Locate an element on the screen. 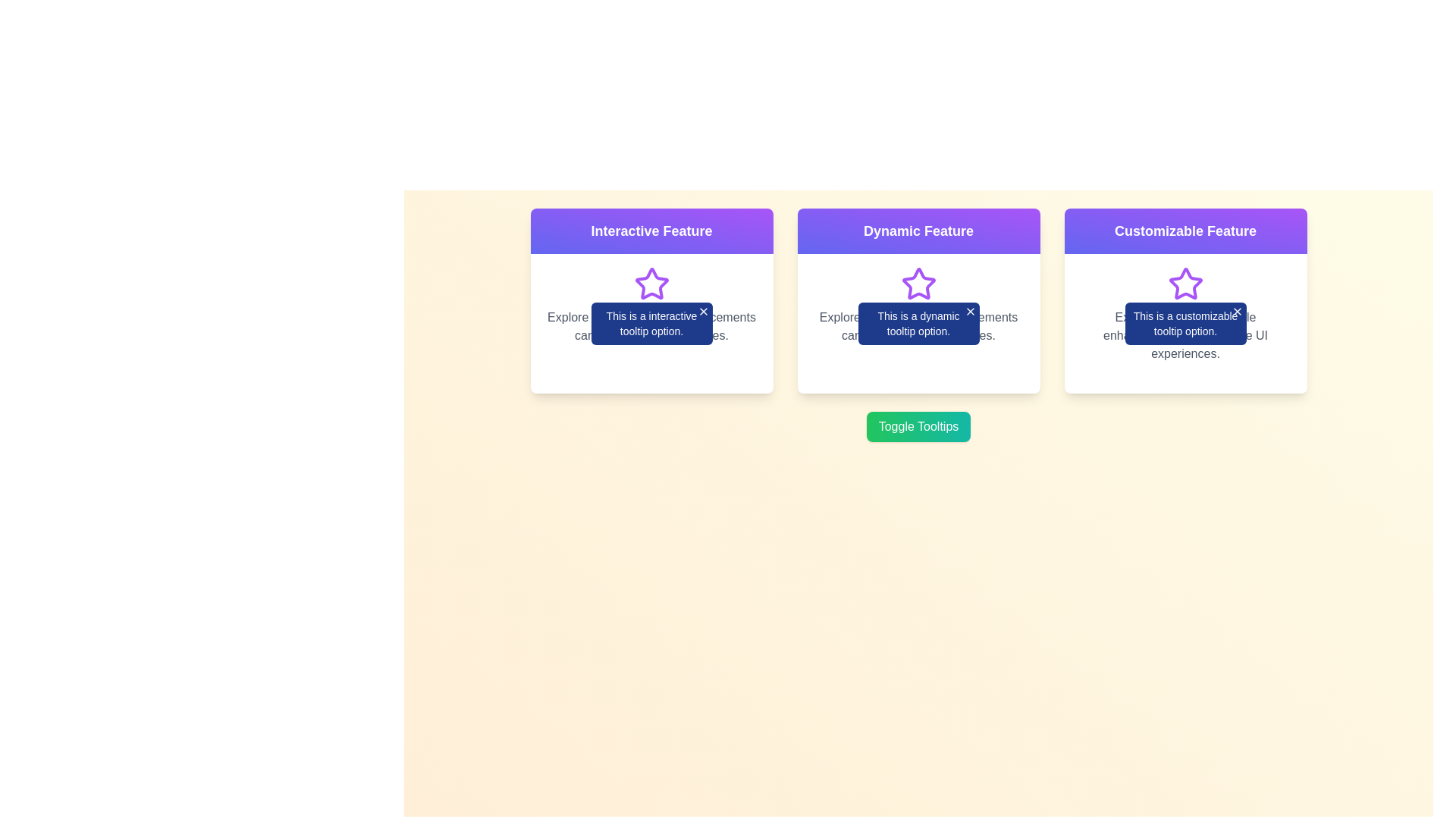 The width and height of the screenshot is (1456, 819). the customizable feature icon located in the section labeled 'Customizable Feature', positioned above the text 'Explore how customizable enhancements can improve UI experiences.' is located at coordinates (1185, 284).